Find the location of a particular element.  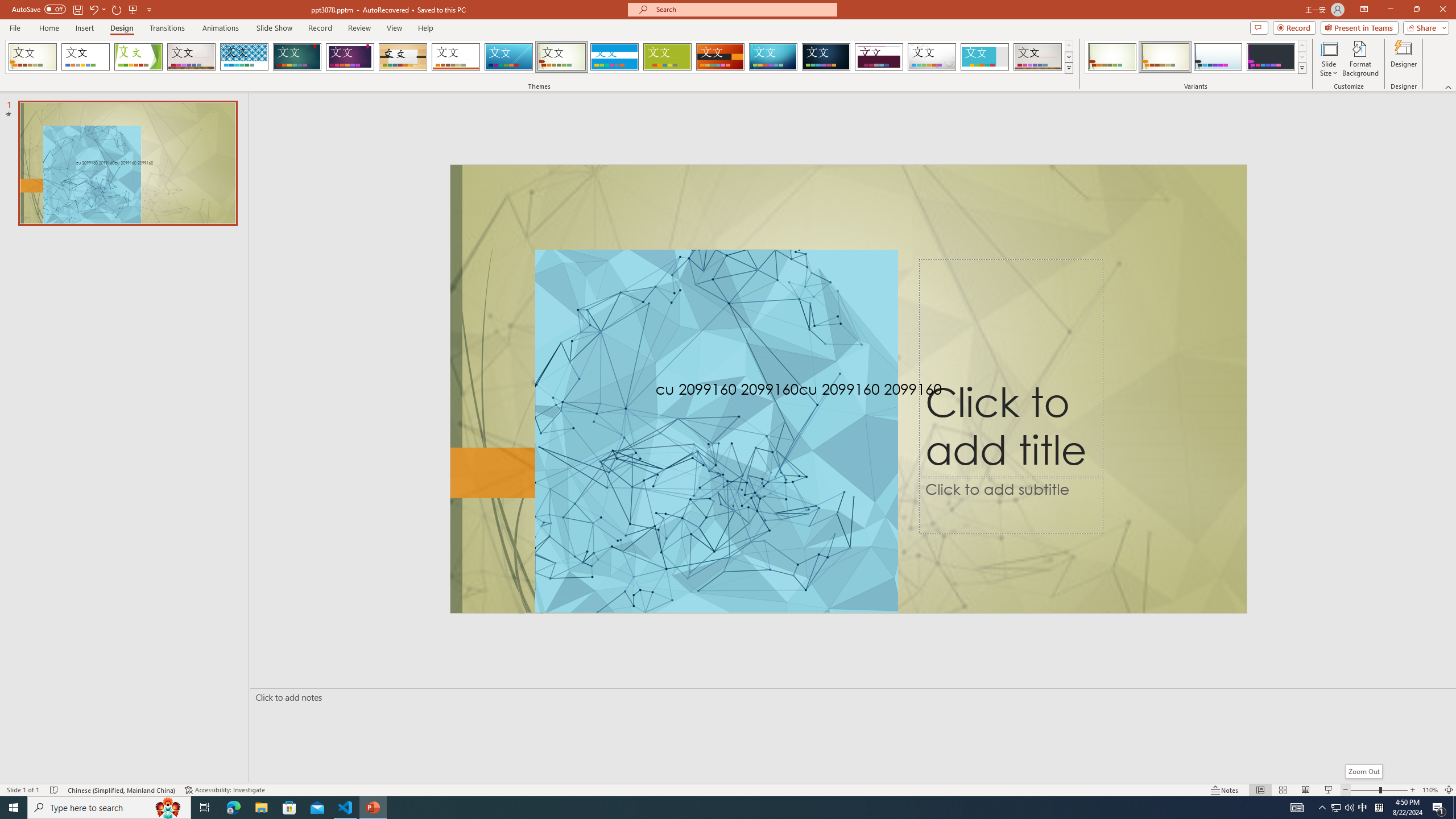

'Ion Loading Preview...' is located at coordinates (296, 56).